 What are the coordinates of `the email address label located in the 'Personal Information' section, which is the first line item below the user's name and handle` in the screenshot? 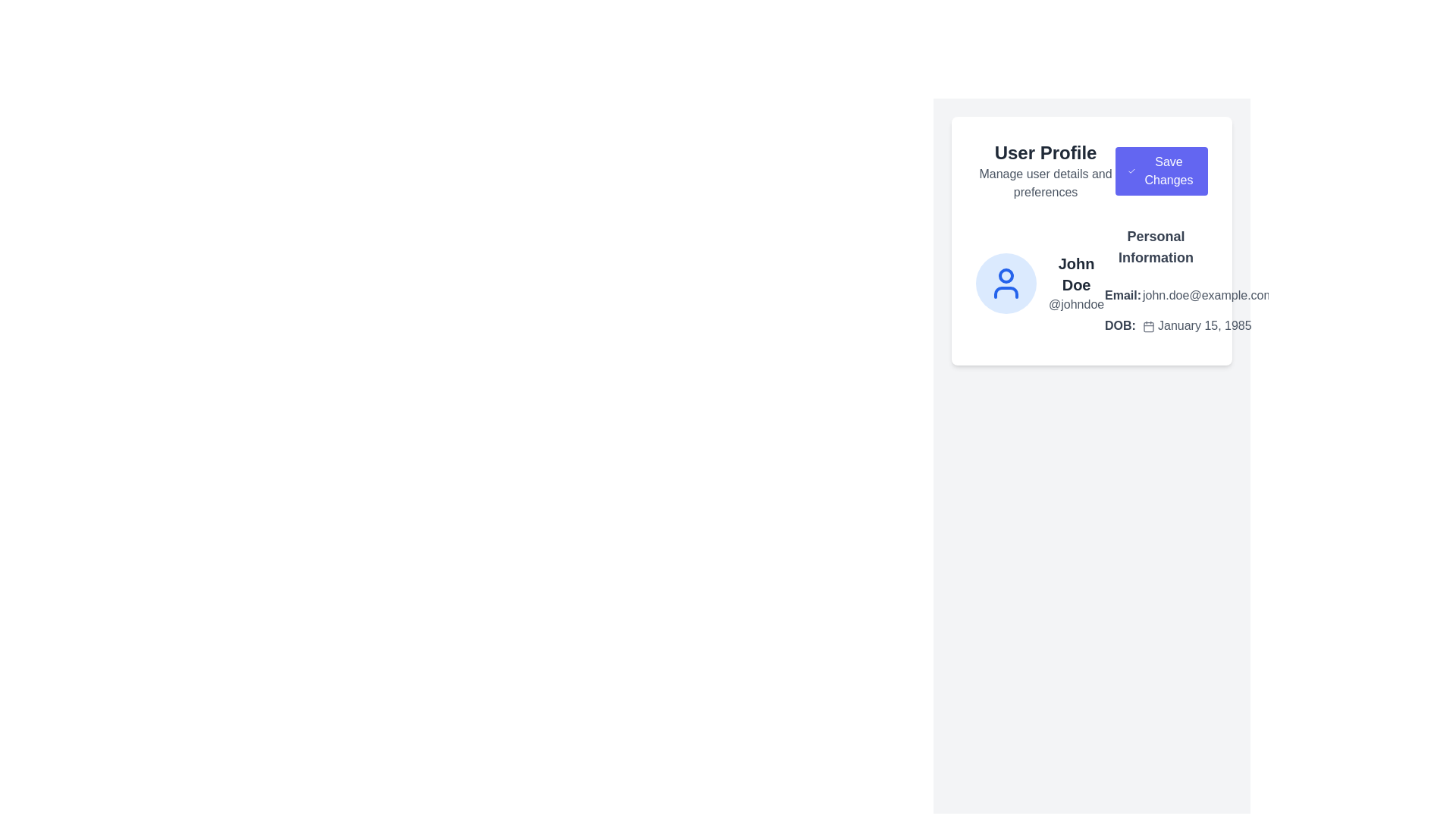 It's located at (1188, 295).